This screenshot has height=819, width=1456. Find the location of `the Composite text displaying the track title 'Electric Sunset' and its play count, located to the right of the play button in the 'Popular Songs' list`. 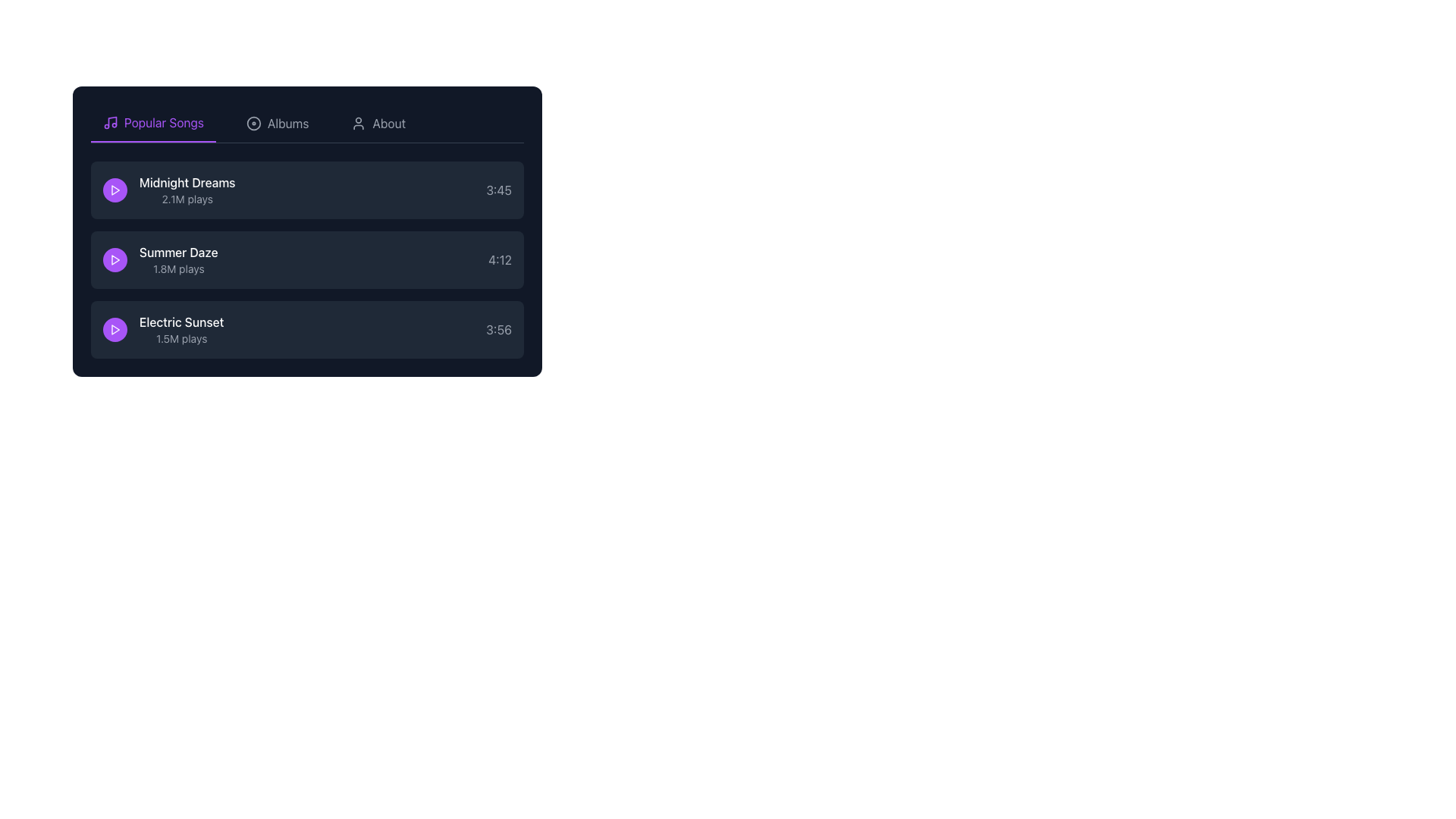

the Composite text displaying the track title 'Electric Sunset' and its play count, located to the right of the play button in the 'Popular Songs' list is located at coordinates (181, 329).